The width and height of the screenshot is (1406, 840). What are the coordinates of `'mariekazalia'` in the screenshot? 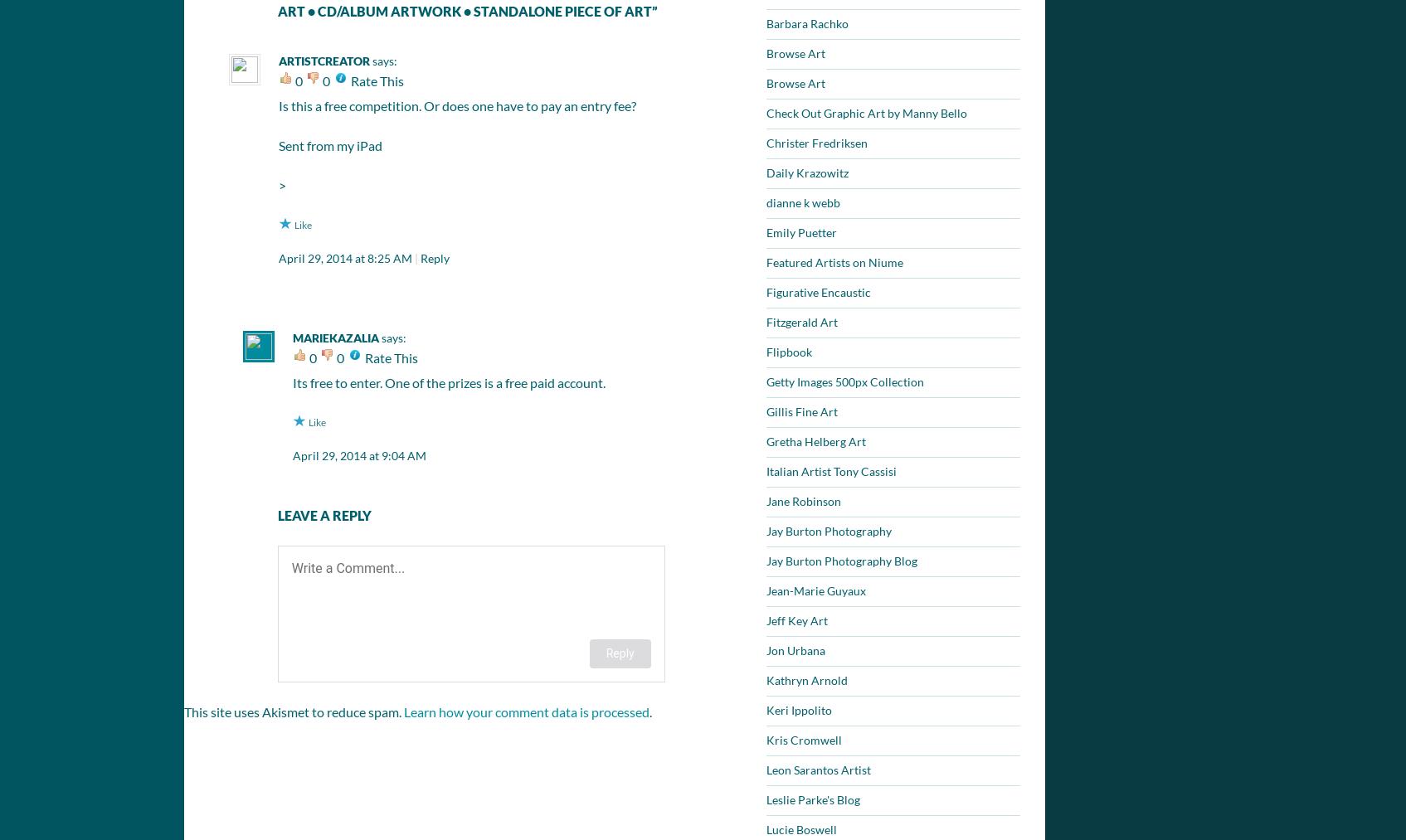 It's located at (335, 336).